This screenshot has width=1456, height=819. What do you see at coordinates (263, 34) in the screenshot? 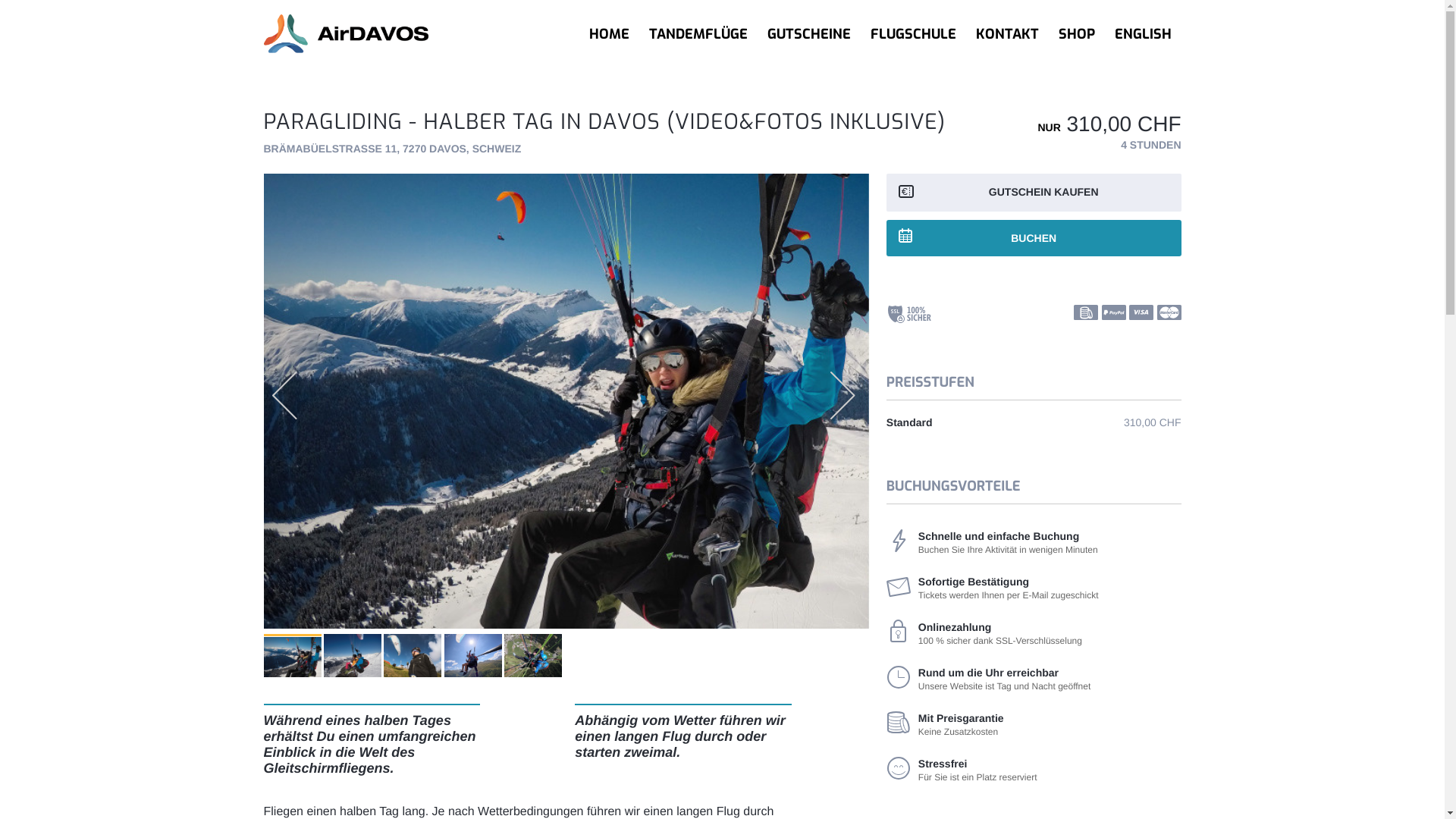
I see `'AirDavosParagliding-Logo'` at bounding box center [263, 34].